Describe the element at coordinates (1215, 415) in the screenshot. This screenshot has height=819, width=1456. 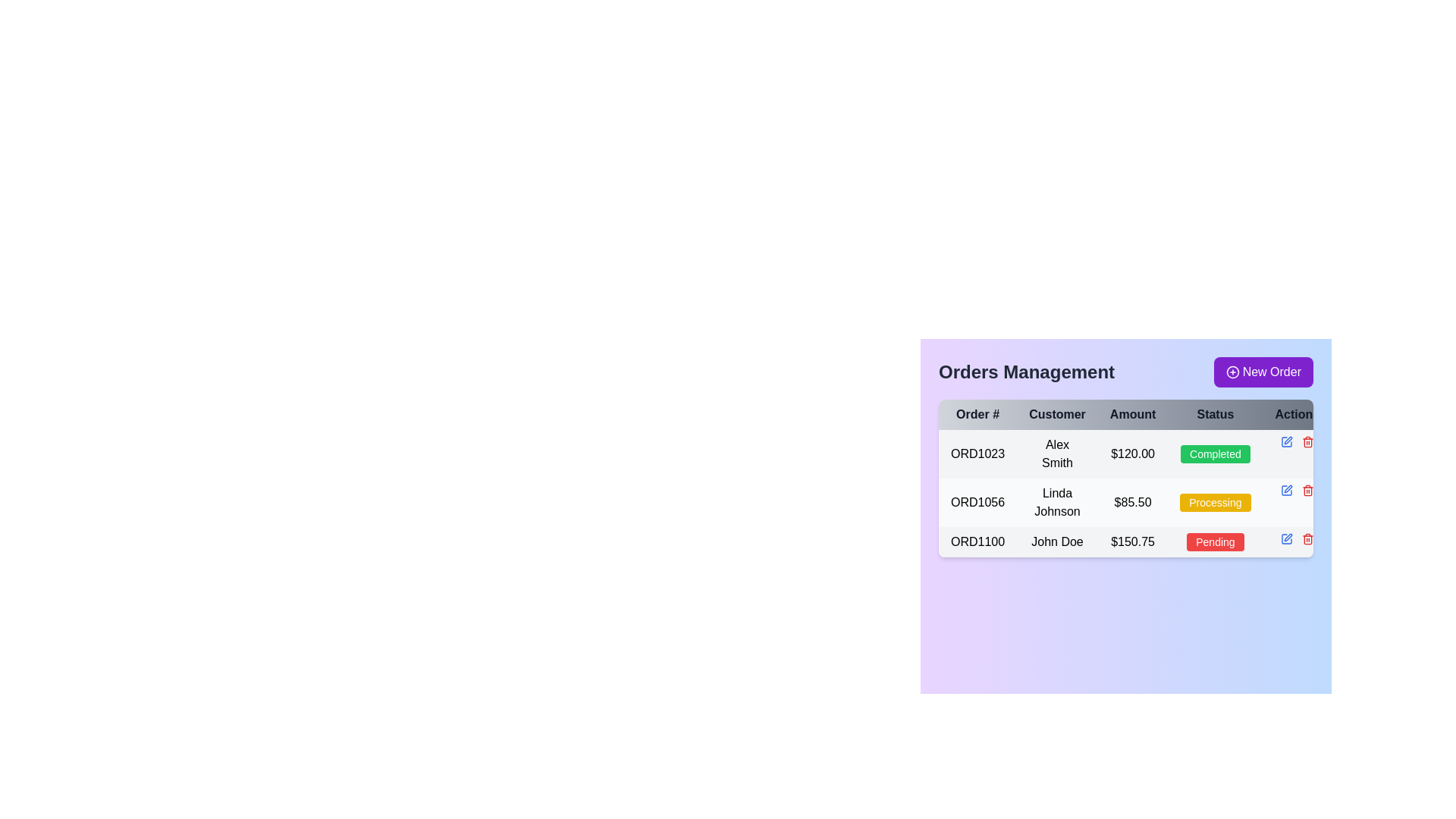
I see `the 'Status' text label in the header of the table, which displays the word 'Status' and is styled with a medium font size and dark text color` at that location.